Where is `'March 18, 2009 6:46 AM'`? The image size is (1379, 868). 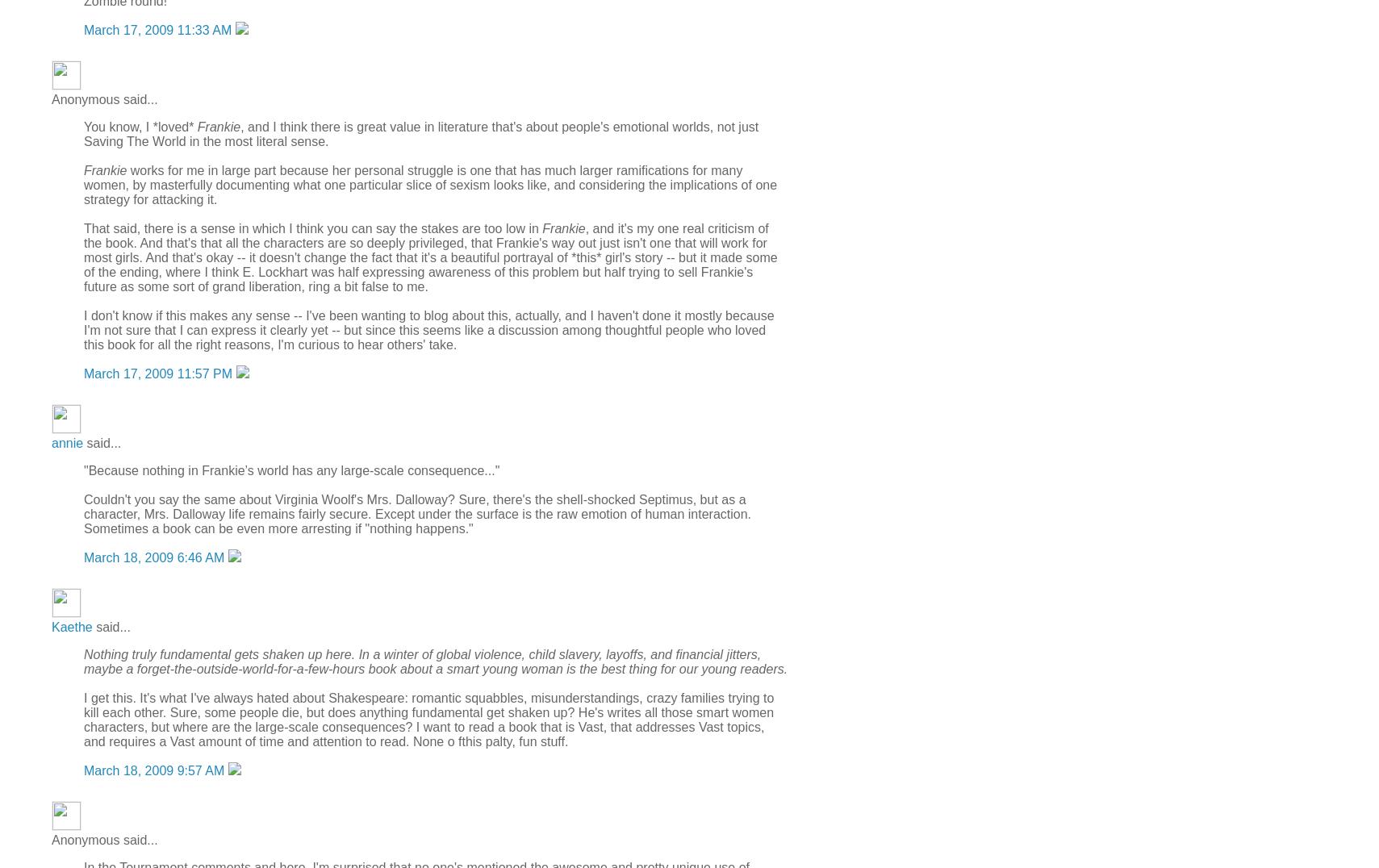
'March 18, 2009 6:46 AM' is located at coordinates (154, 557).